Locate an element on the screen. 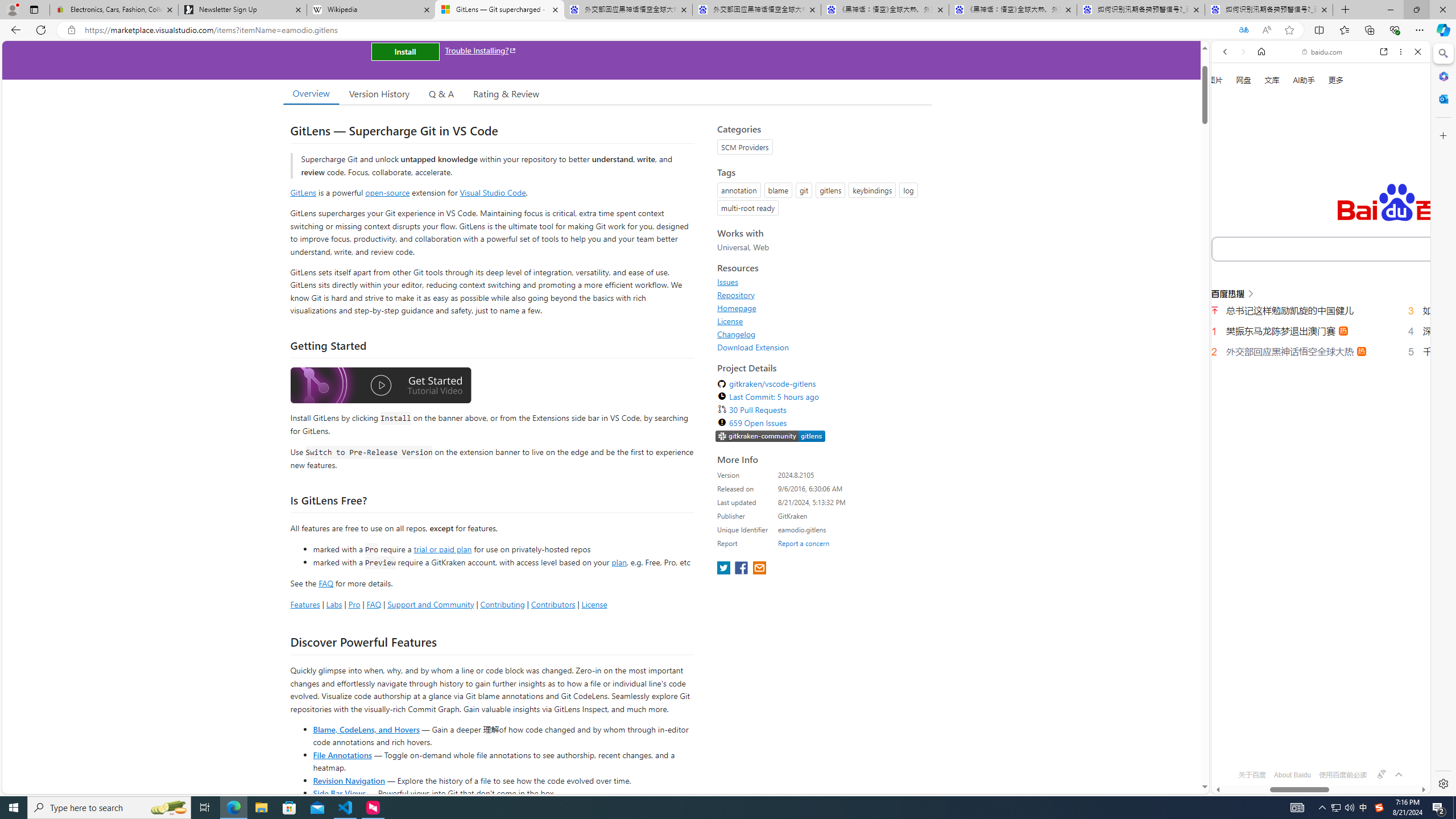  'About Baidu' is located at coordinates (1292, 775).